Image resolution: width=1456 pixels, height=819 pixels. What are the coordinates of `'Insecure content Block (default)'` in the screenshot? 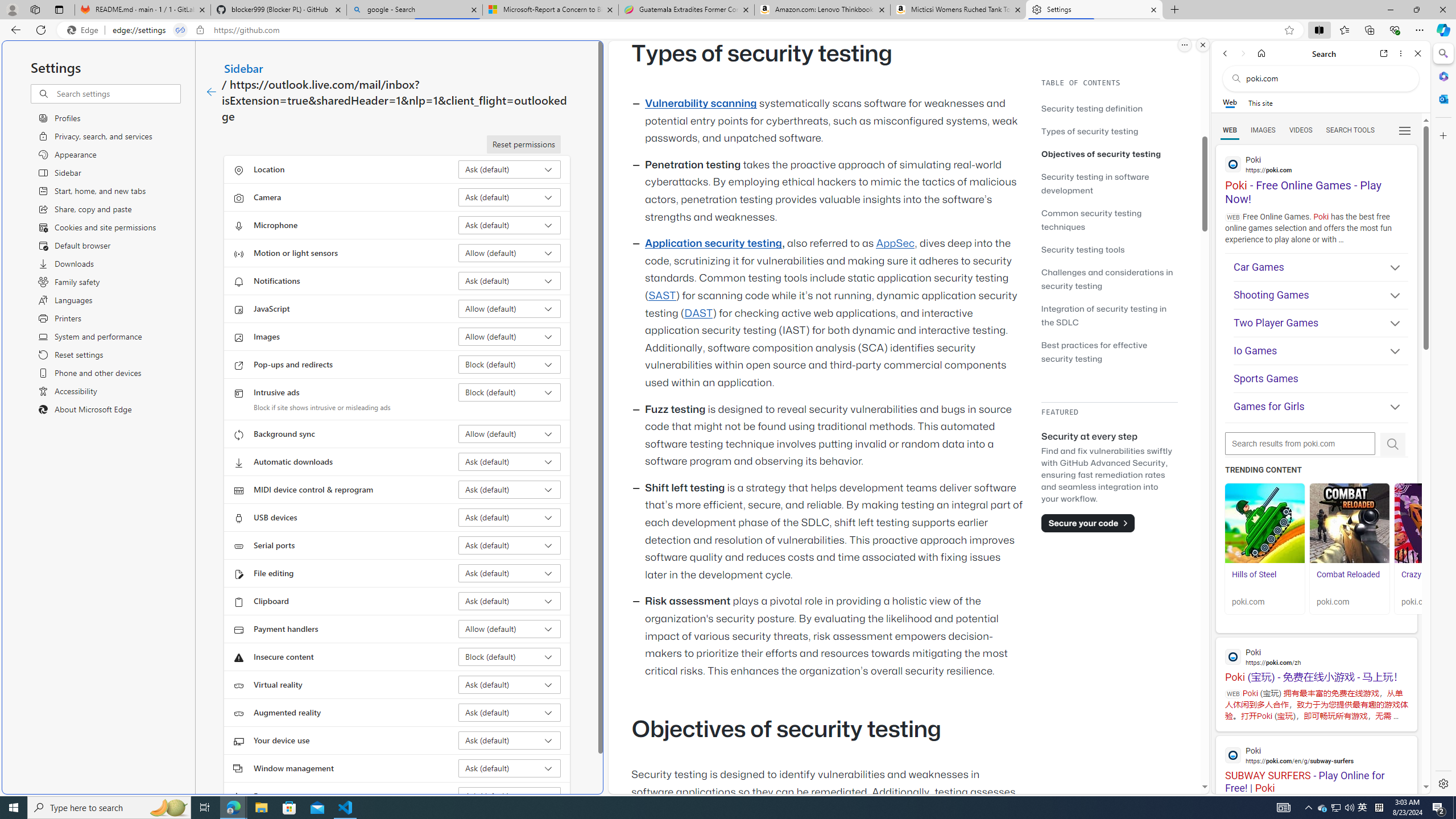 It's located at (510, 656).